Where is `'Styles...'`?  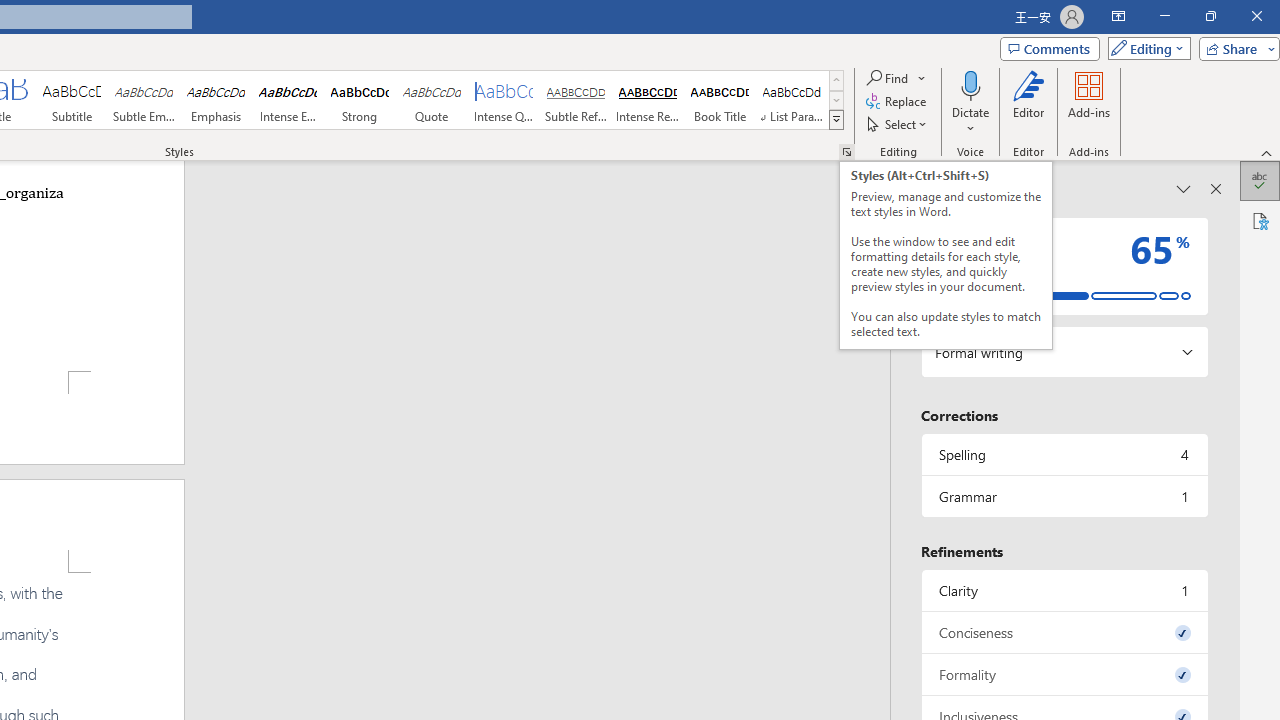 'Styles...' is located at coordinates (846, 150).